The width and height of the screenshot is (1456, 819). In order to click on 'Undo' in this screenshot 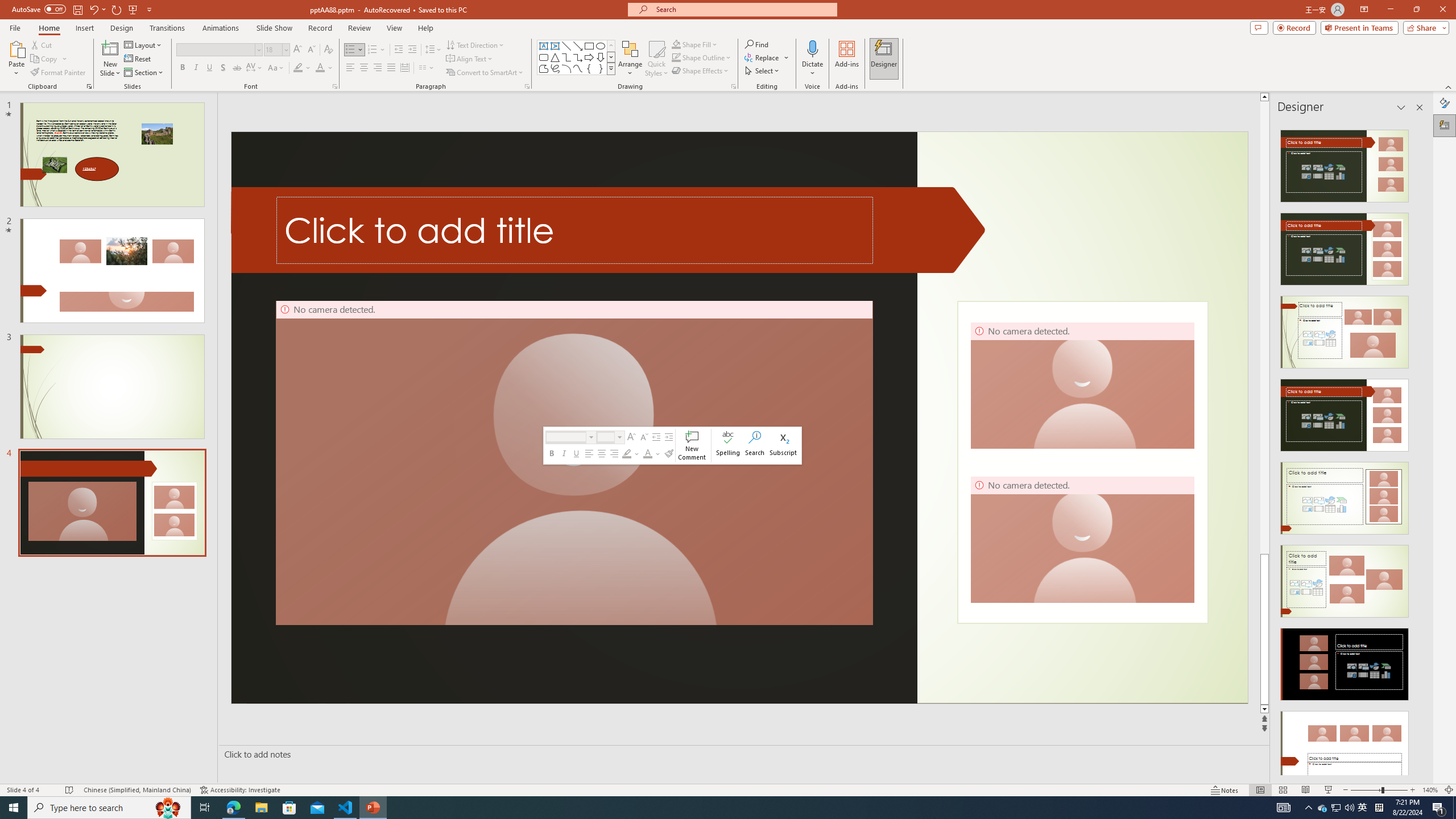, I will do `click(93, 9)`.